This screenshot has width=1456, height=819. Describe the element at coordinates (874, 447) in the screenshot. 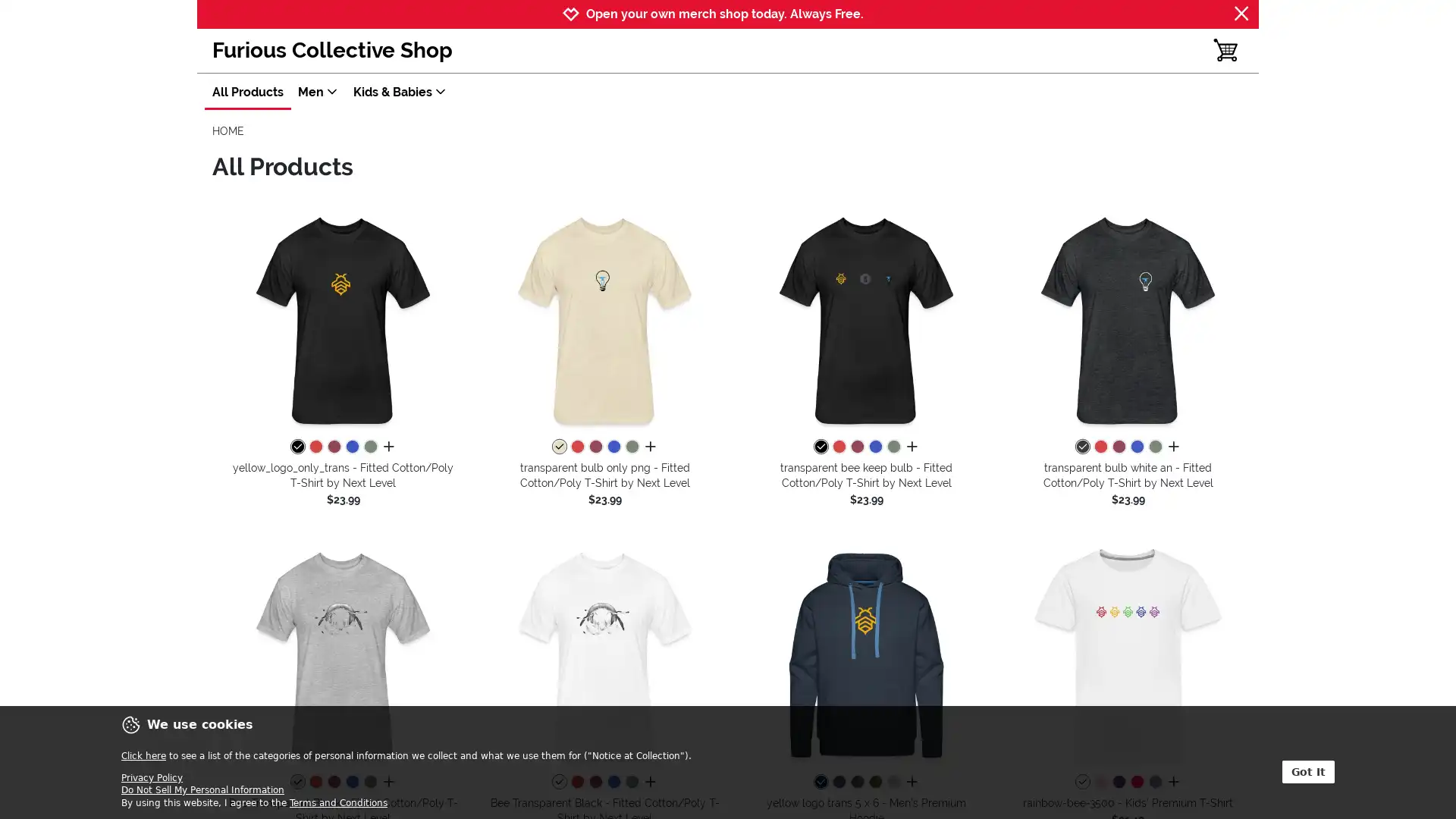

I see `heather royal` at that location.